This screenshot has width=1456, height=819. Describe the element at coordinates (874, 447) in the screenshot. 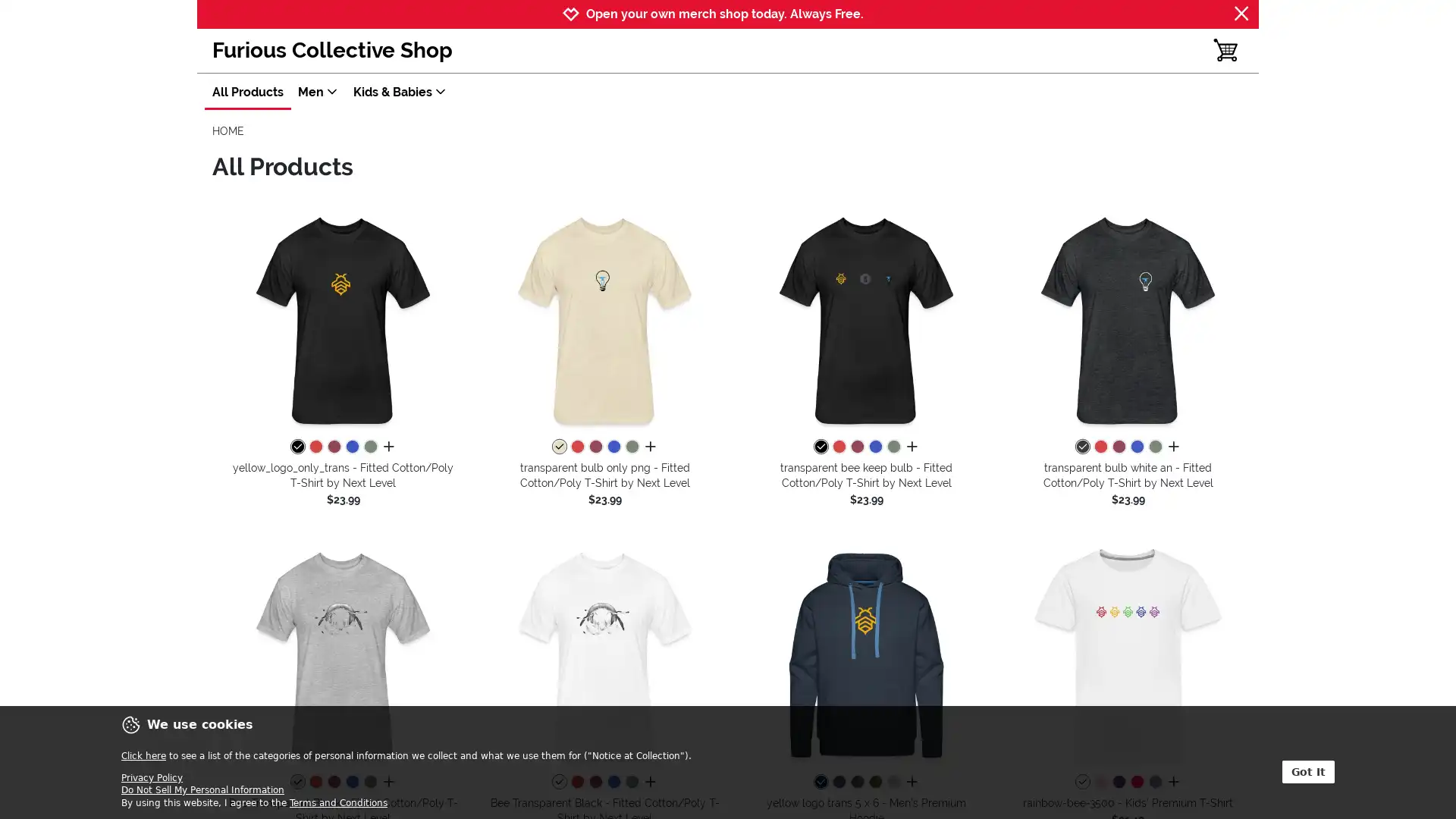

I see `heather royal` at that location.